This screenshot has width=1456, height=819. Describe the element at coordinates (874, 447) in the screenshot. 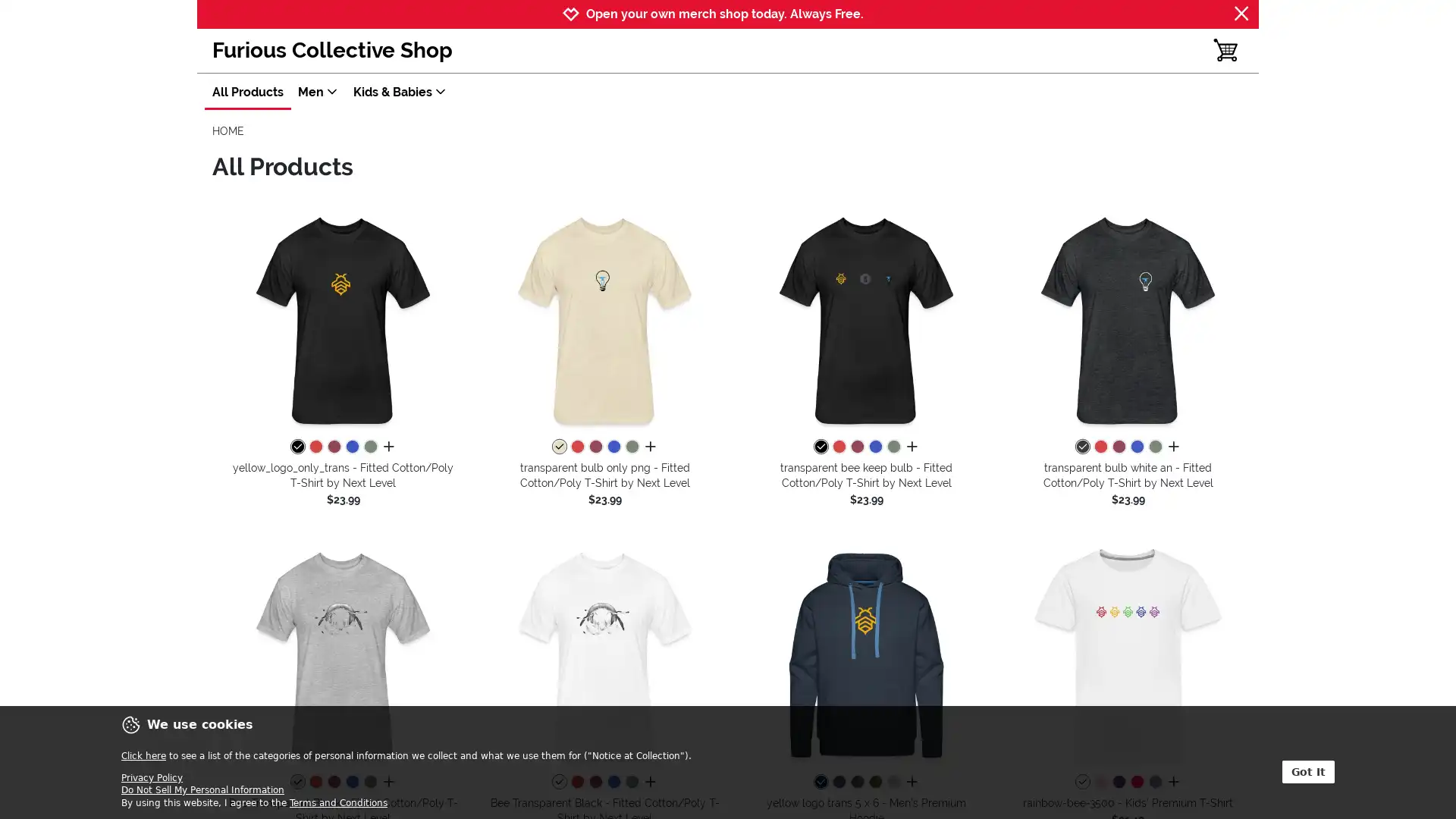

I see `heather royal` at that location.